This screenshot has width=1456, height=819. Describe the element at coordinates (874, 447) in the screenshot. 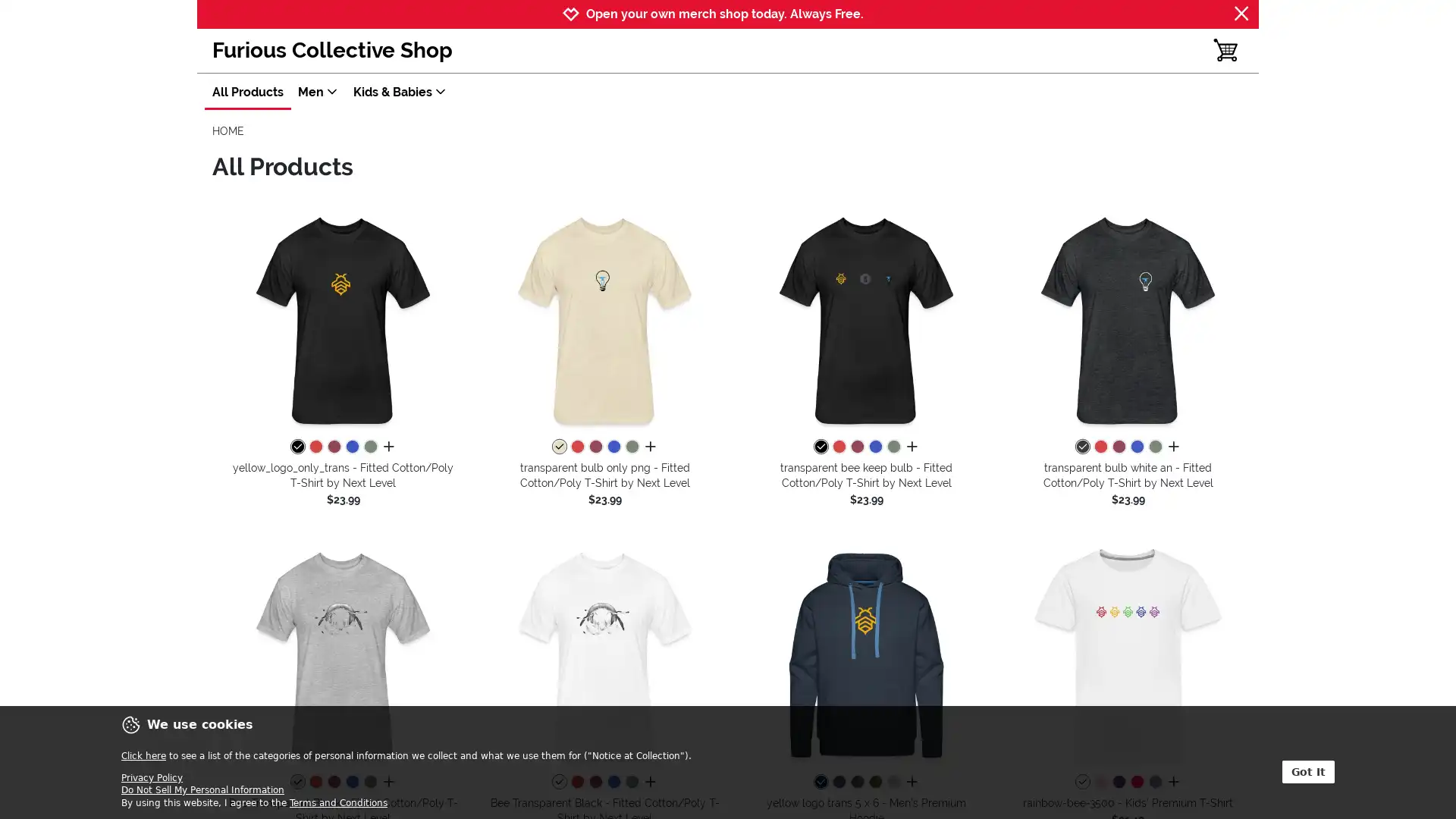

I see `heather royal` at that location.